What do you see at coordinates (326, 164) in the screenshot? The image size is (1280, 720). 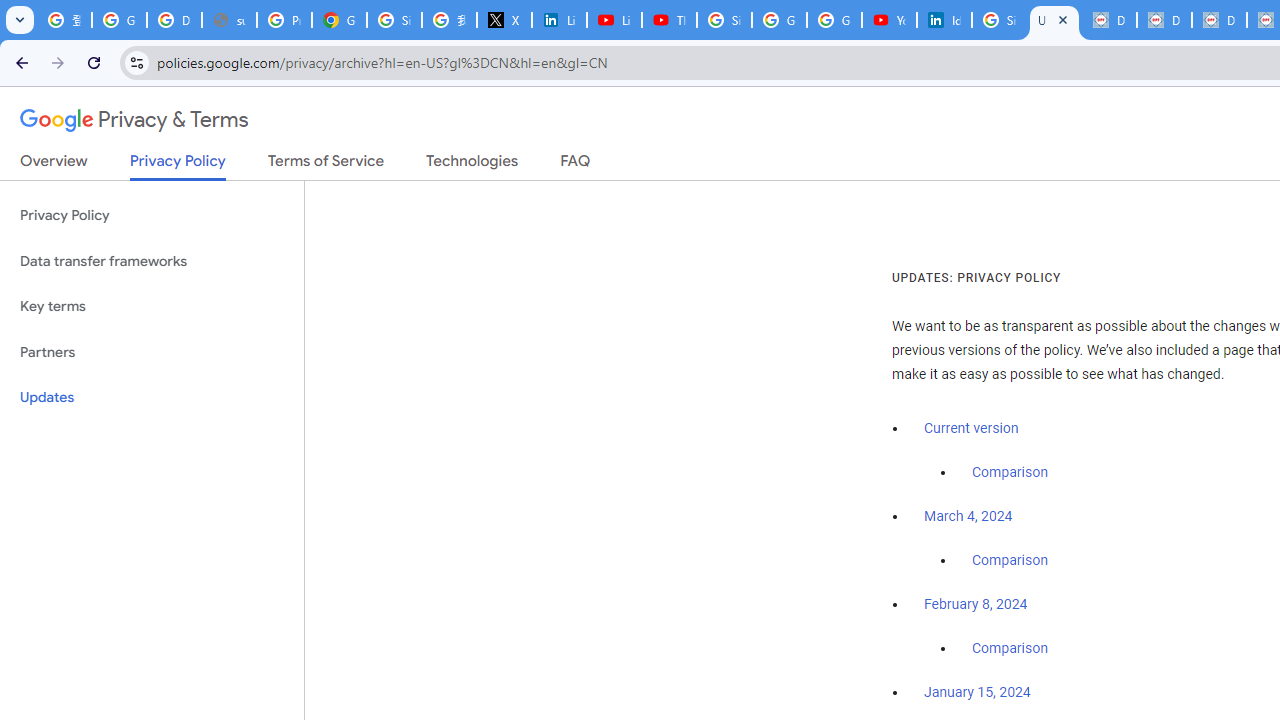 I see `'Terms of Service'` at bounding box center [326, 164].